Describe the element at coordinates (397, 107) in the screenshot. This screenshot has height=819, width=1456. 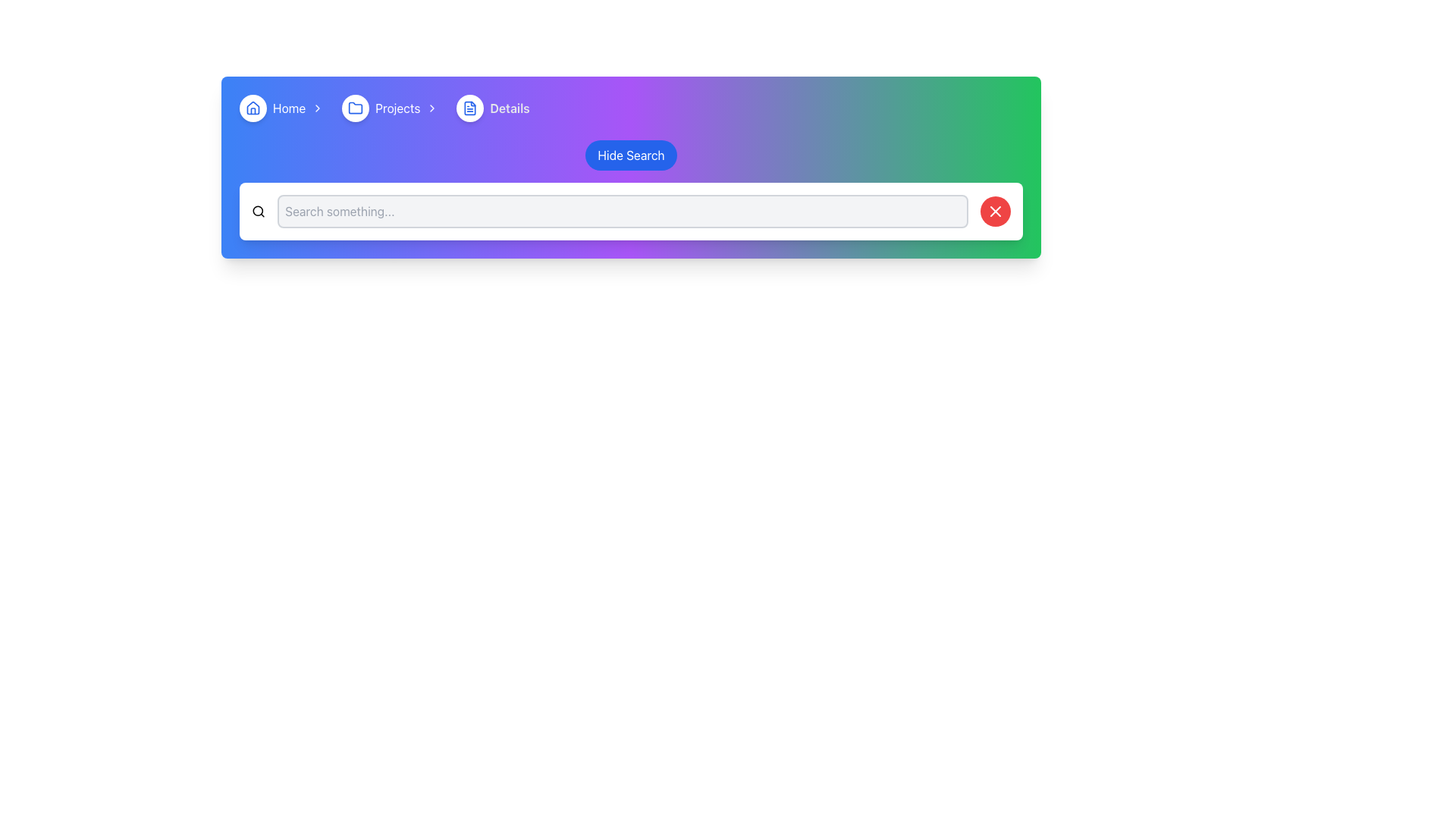
I see `the 'Projects' hyperlink in the breadcrumb navigation bar` at that location.